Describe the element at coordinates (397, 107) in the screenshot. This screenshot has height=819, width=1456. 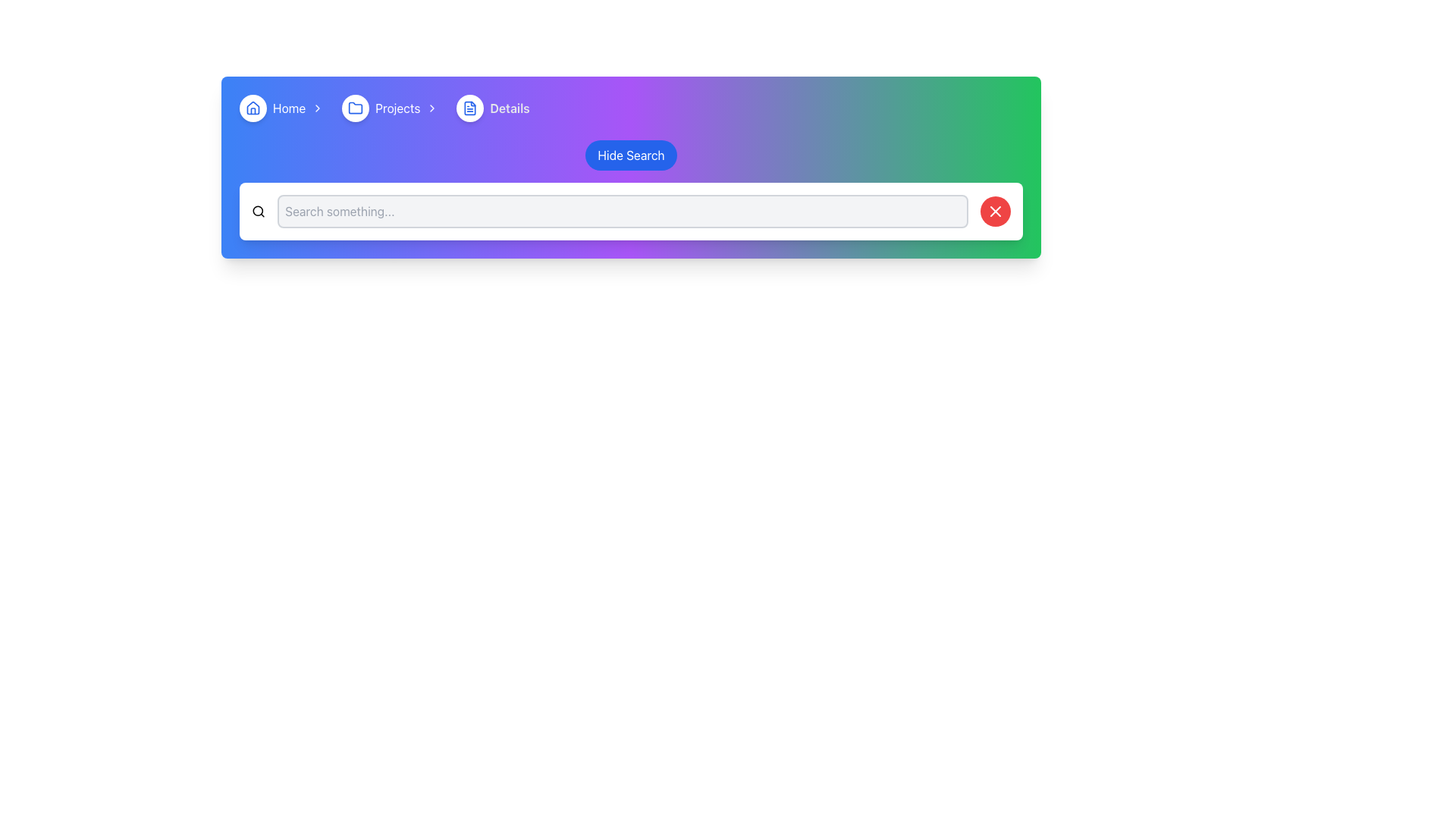
I see `the 'Projects' hyperlink in the breadcrumb navigation bar` at that location.